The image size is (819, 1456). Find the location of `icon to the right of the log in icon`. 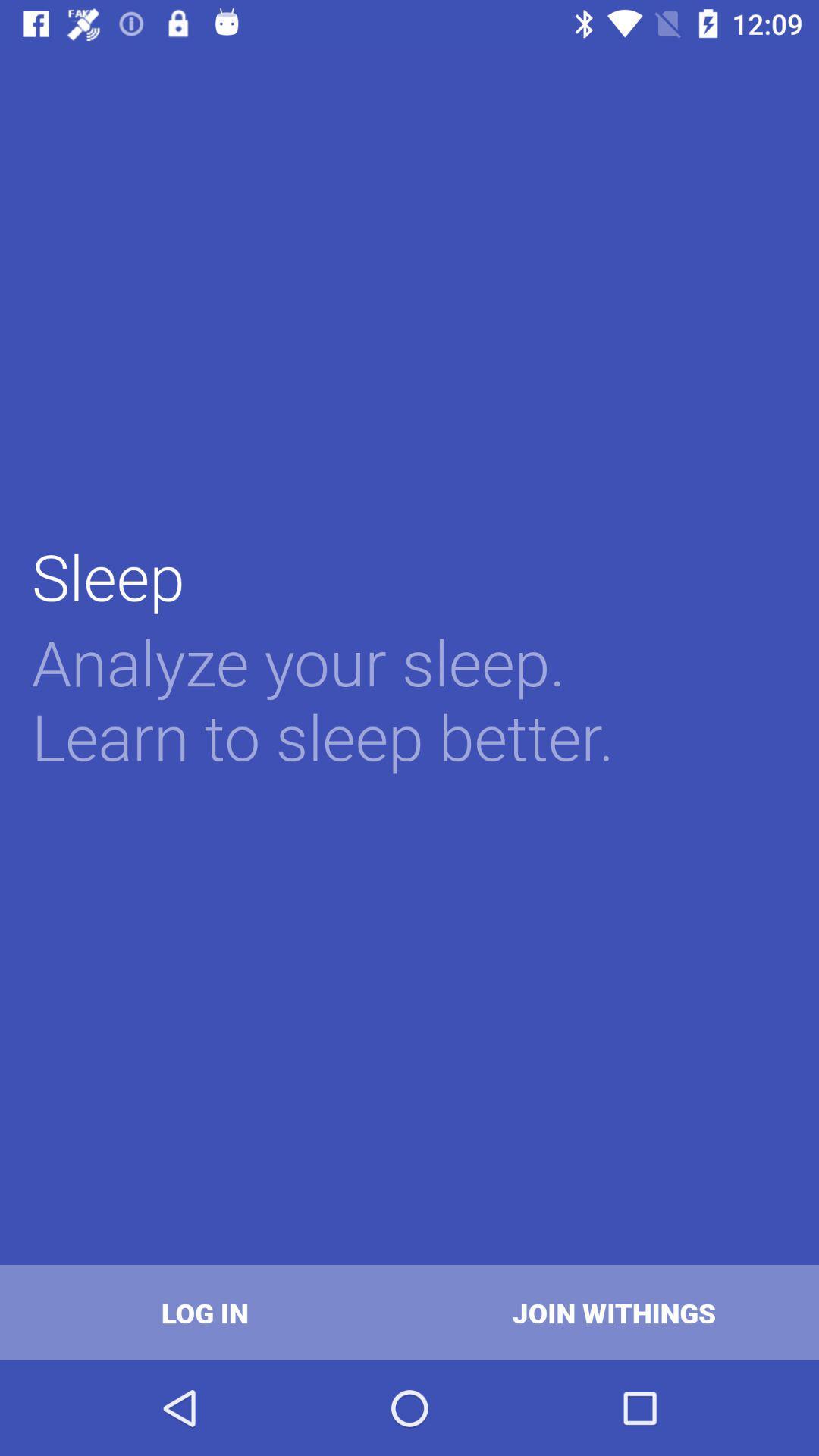

icon to the right of the log in icon is located at coordinates (614, 1312).